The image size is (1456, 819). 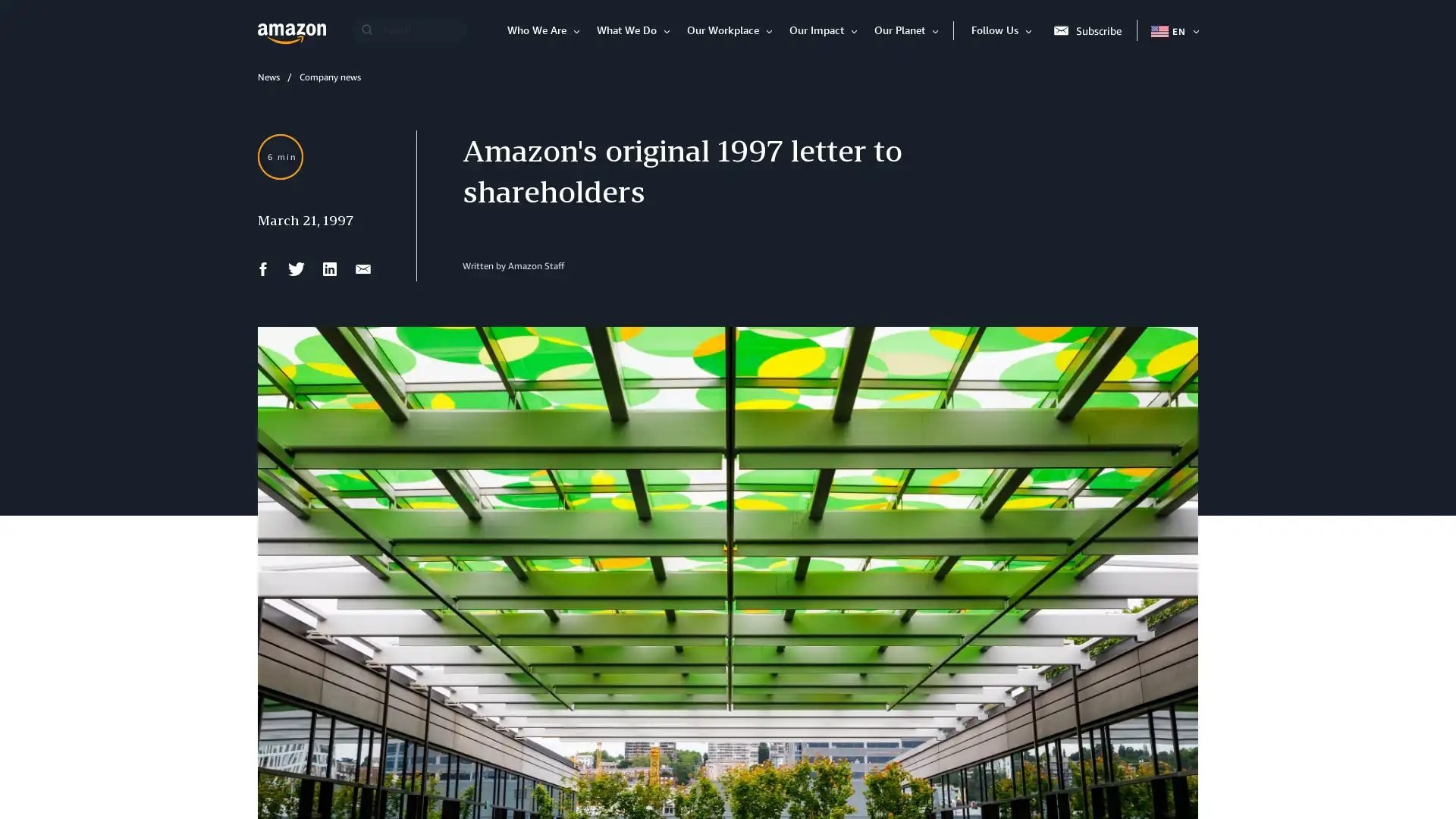 What do you see at coordinates (578, 30) in the screenshot?
I see `Open Item` at bounding box center [578, 30].